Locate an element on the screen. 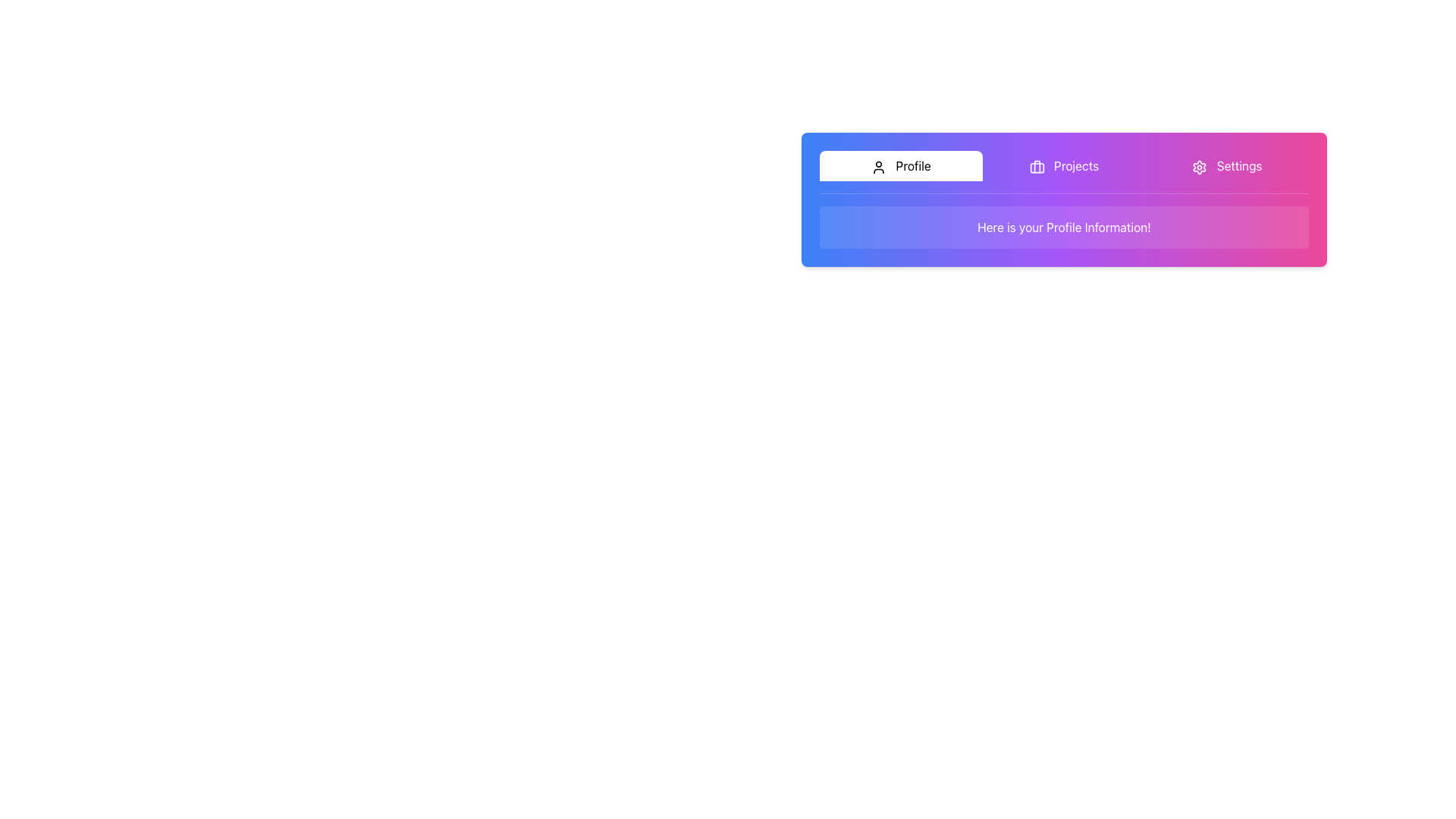  the user profile icon, which is styled as an outline of a person, located to the left of the 'Profile' text in the header tab interface is located at coordinates (879, 167).